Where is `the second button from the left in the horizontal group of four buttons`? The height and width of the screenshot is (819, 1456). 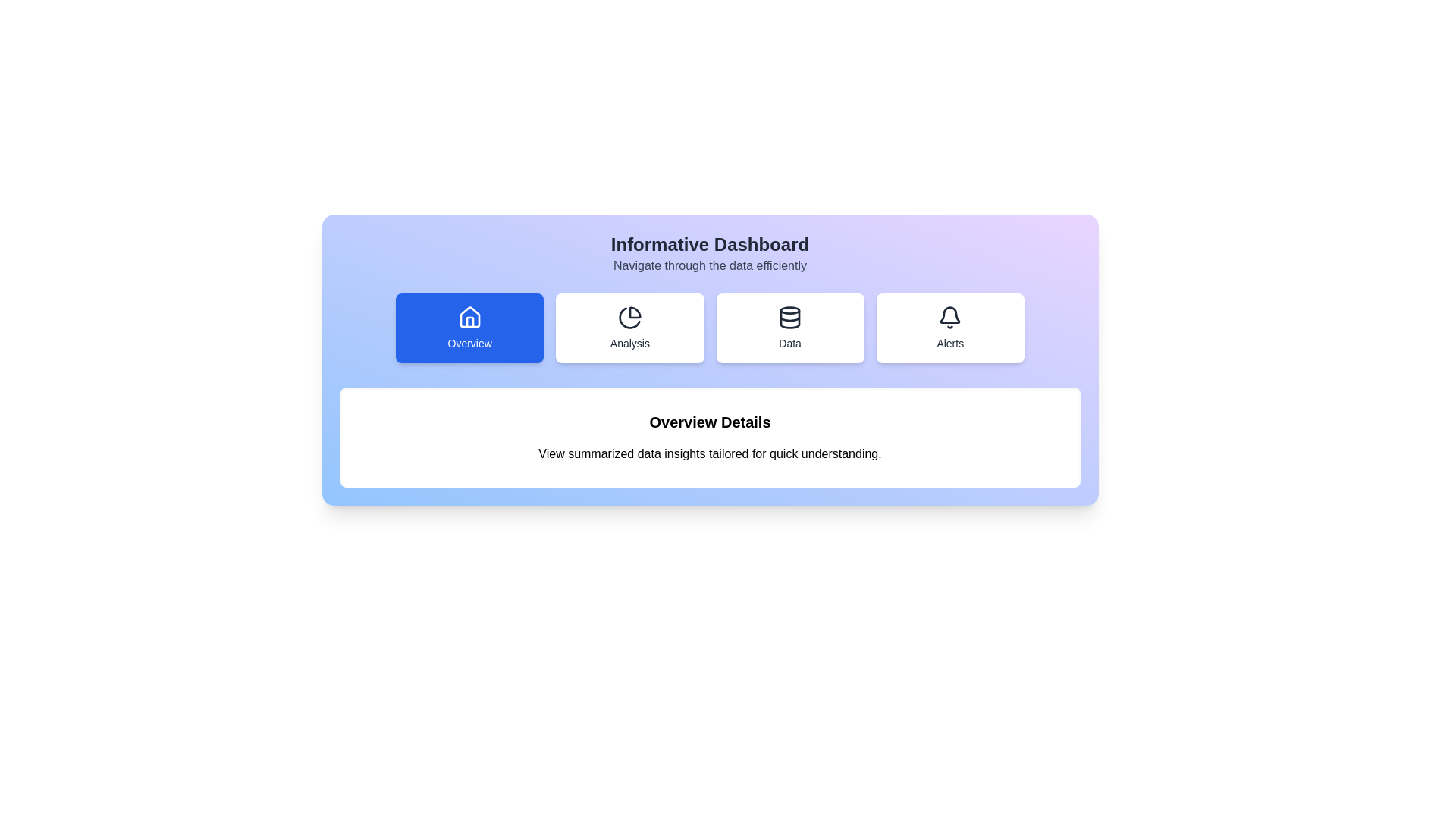 the second button from the left in the horizontal group of four buttons is located at coordinates (629, 327).